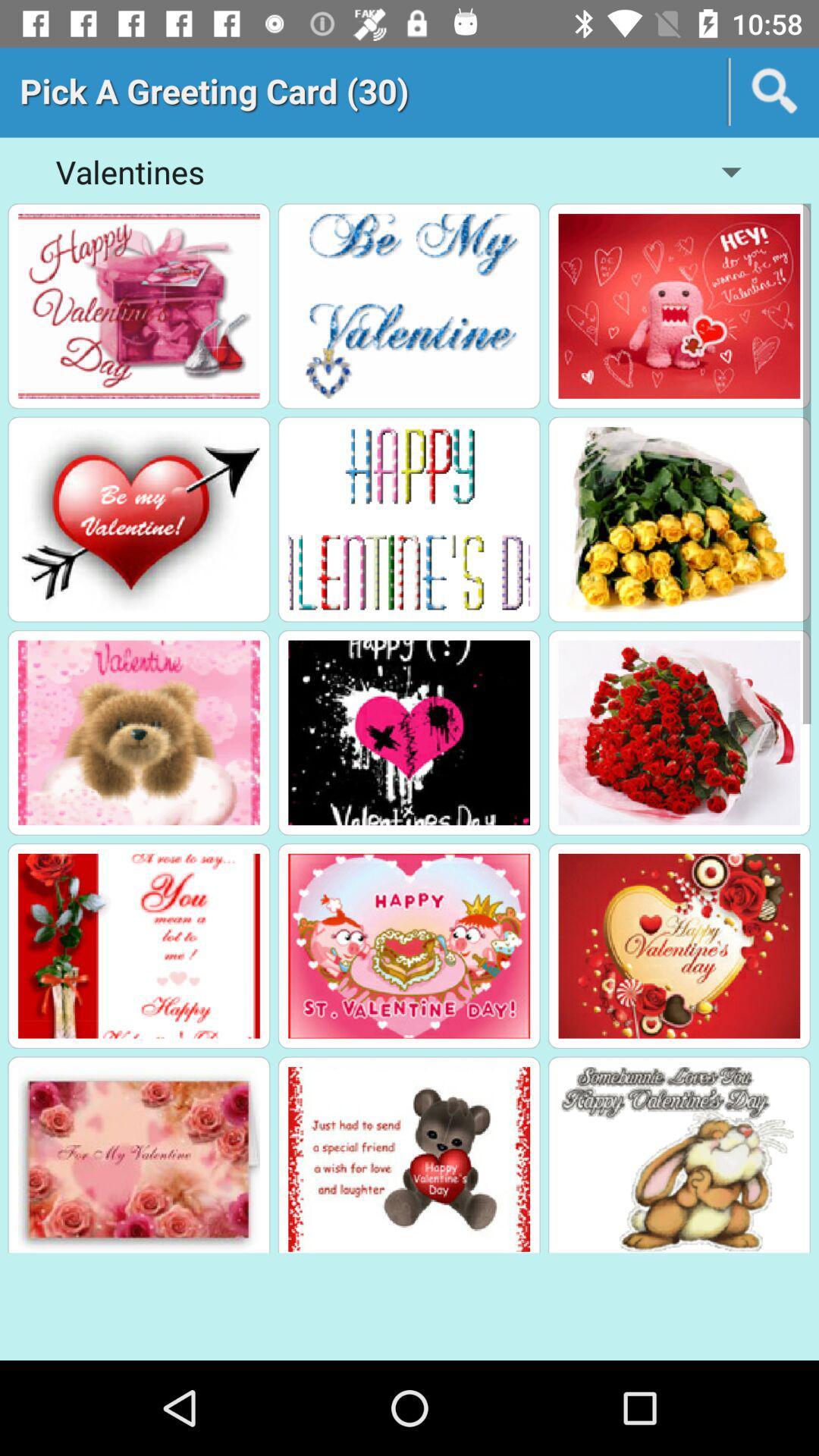 This screenshot has height=1456, width=819. Describe the element at coordinates (139, 305) in the screenshot. I see `happy valentine 's day` at that location.